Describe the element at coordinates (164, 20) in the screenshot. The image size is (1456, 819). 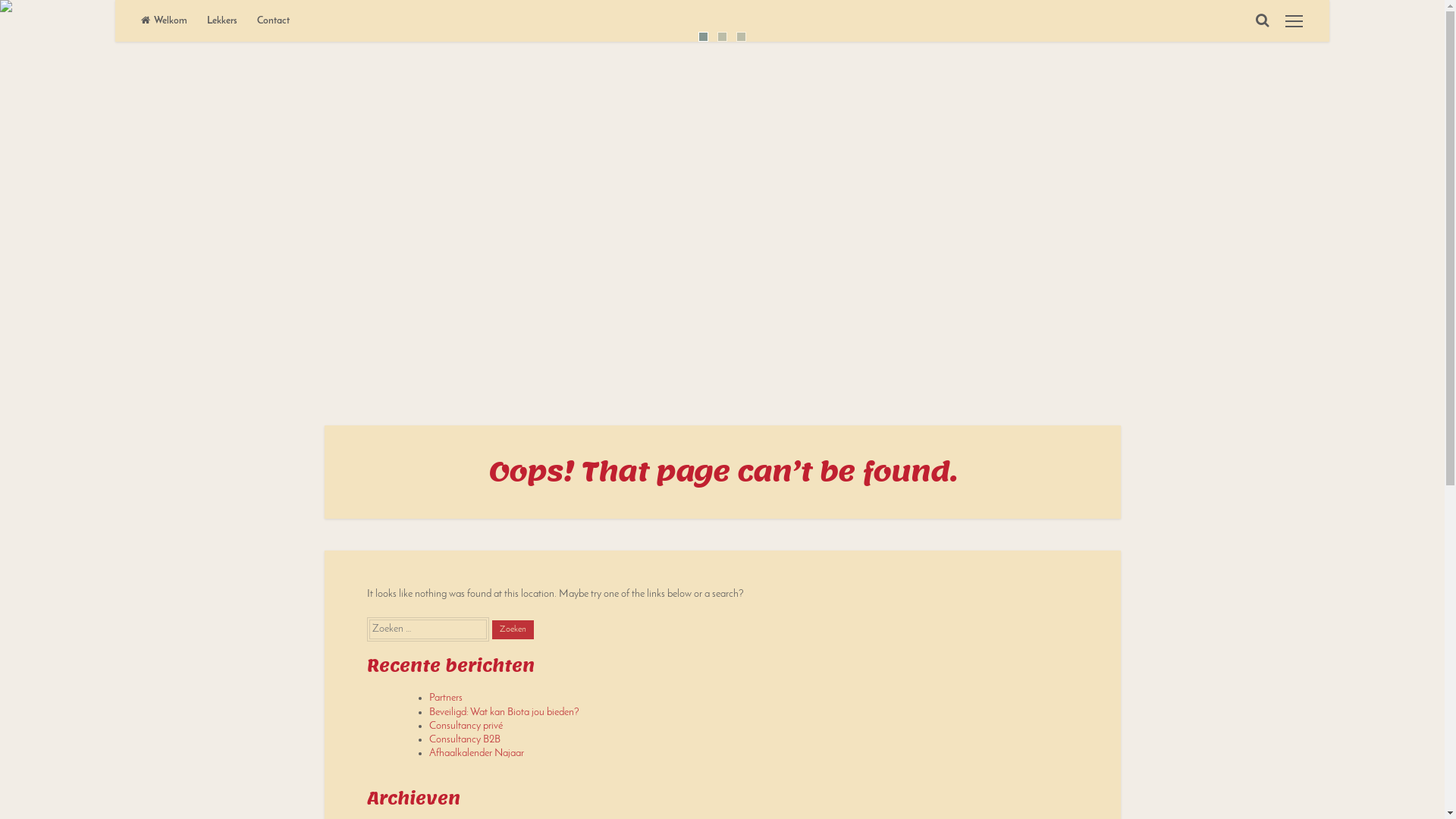
I see `'Welkom'` at that location.